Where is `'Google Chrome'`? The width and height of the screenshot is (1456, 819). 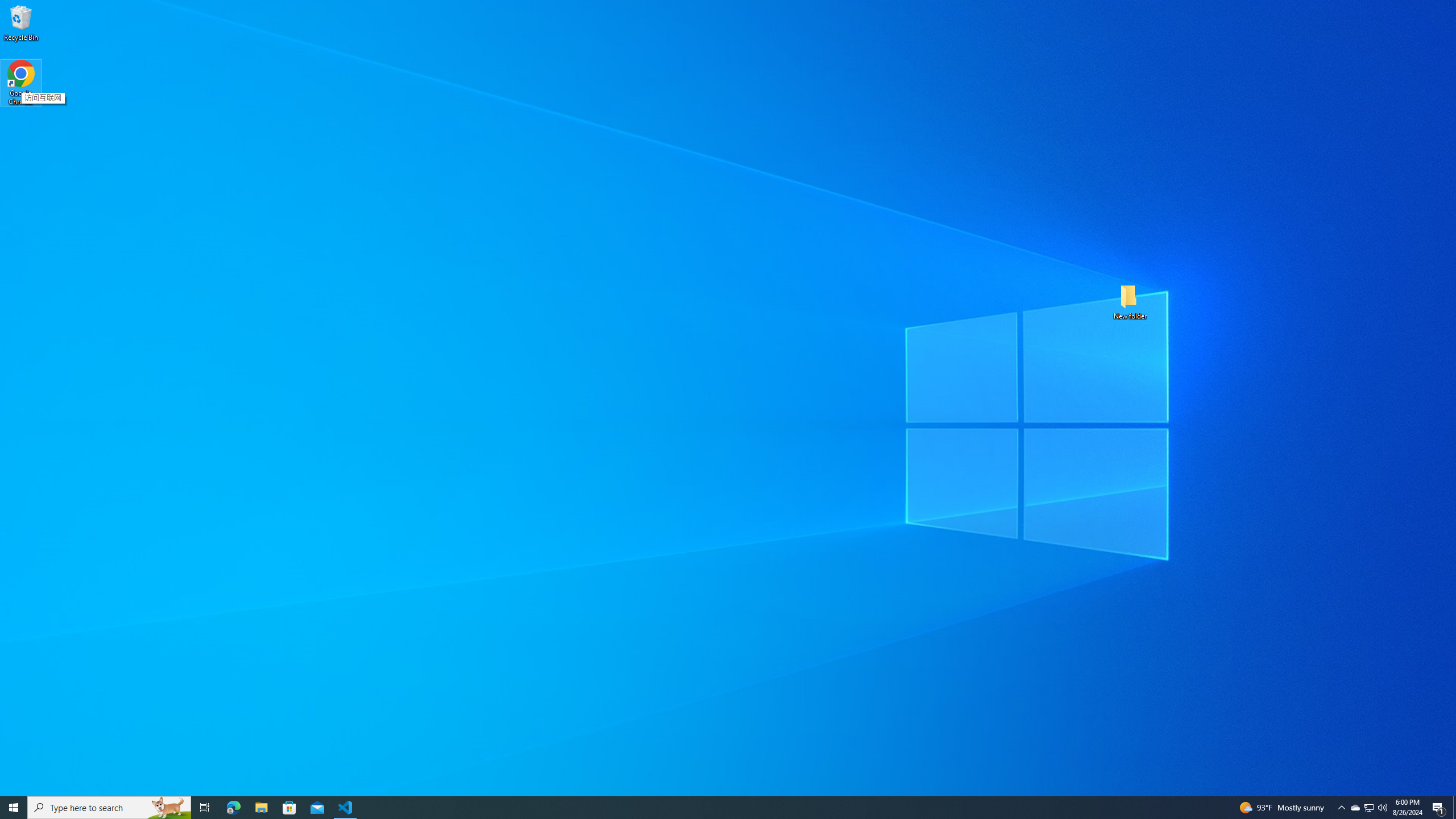 'Google Chrome' is located at coordinates (20, 82).